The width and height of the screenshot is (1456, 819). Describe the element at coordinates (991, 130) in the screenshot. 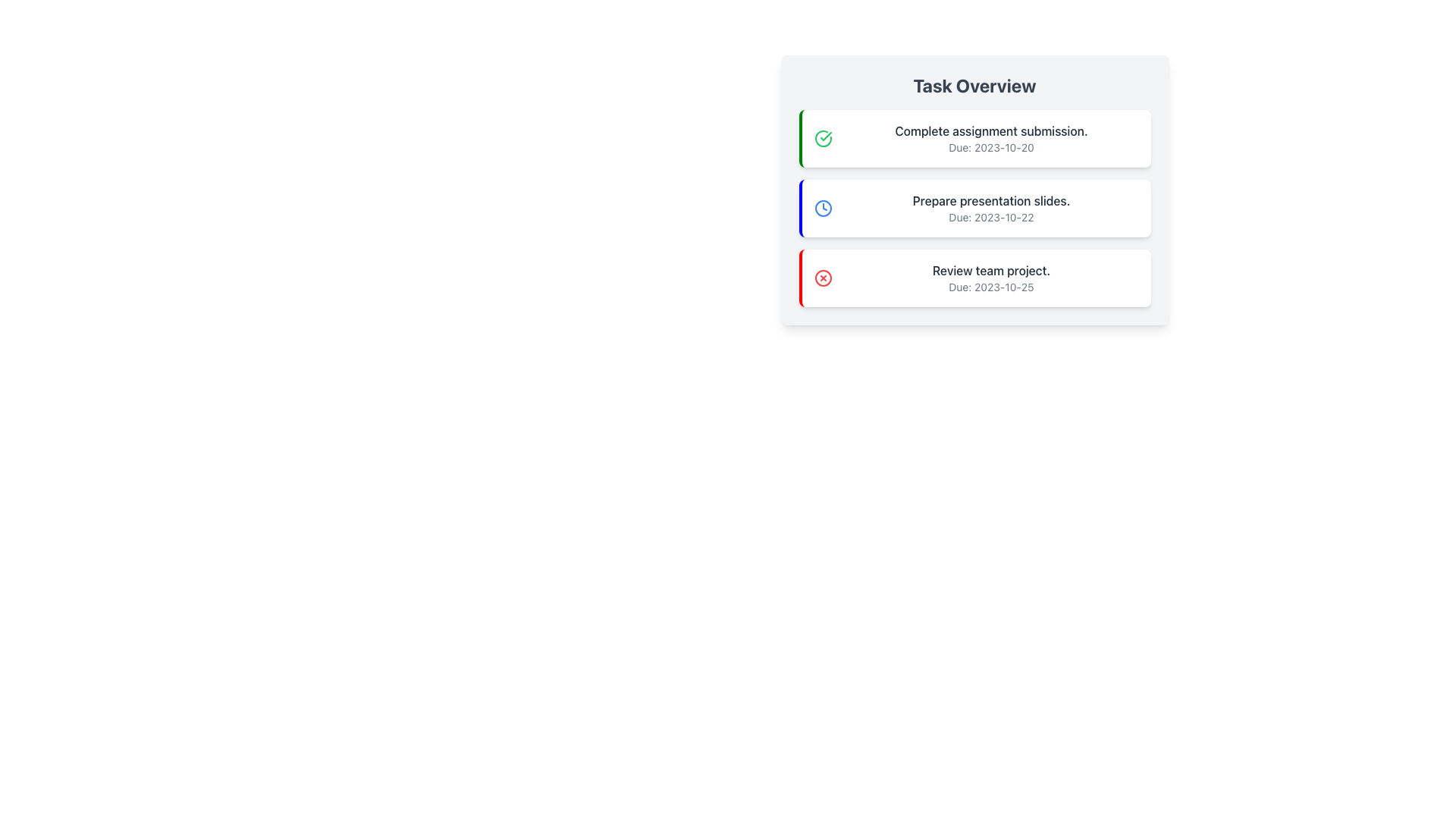

I see `the text label stating 'Complete assignment submission.'` at that location.